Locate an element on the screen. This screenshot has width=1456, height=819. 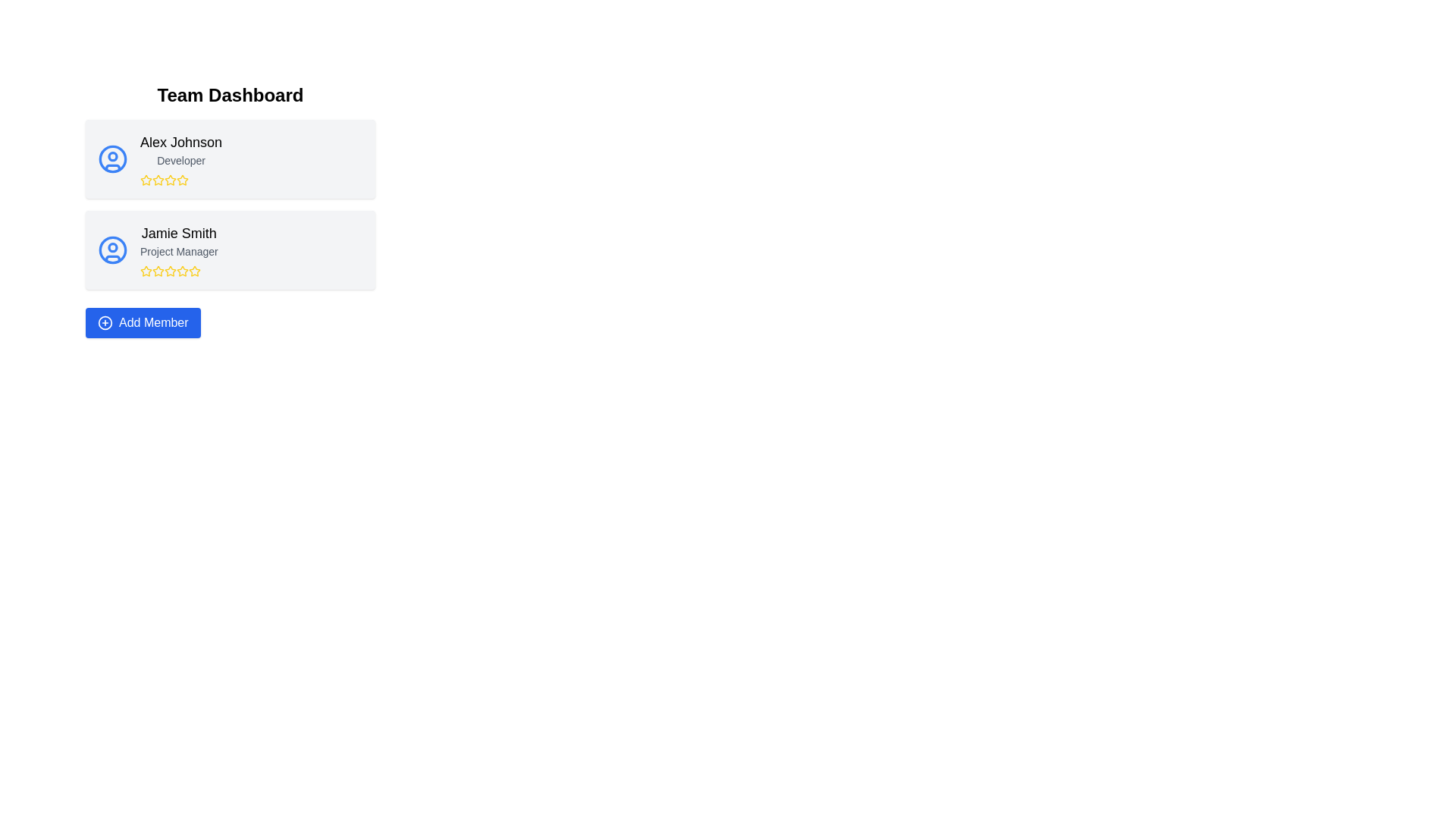
the second yellow star icon is located at coordinates (158, 179).